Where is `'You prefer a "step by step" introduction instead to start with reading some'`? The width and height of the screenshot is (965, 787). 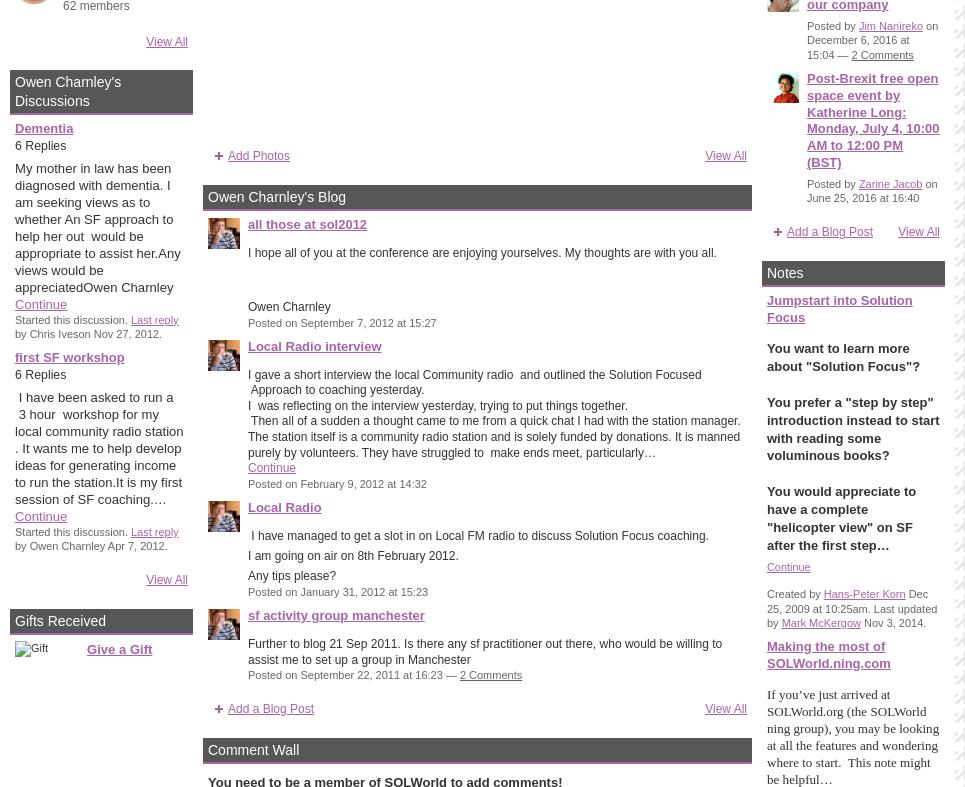
'You prefer a "step by step" introduction instead to start with reading some' is located at coordinates (765, 419).